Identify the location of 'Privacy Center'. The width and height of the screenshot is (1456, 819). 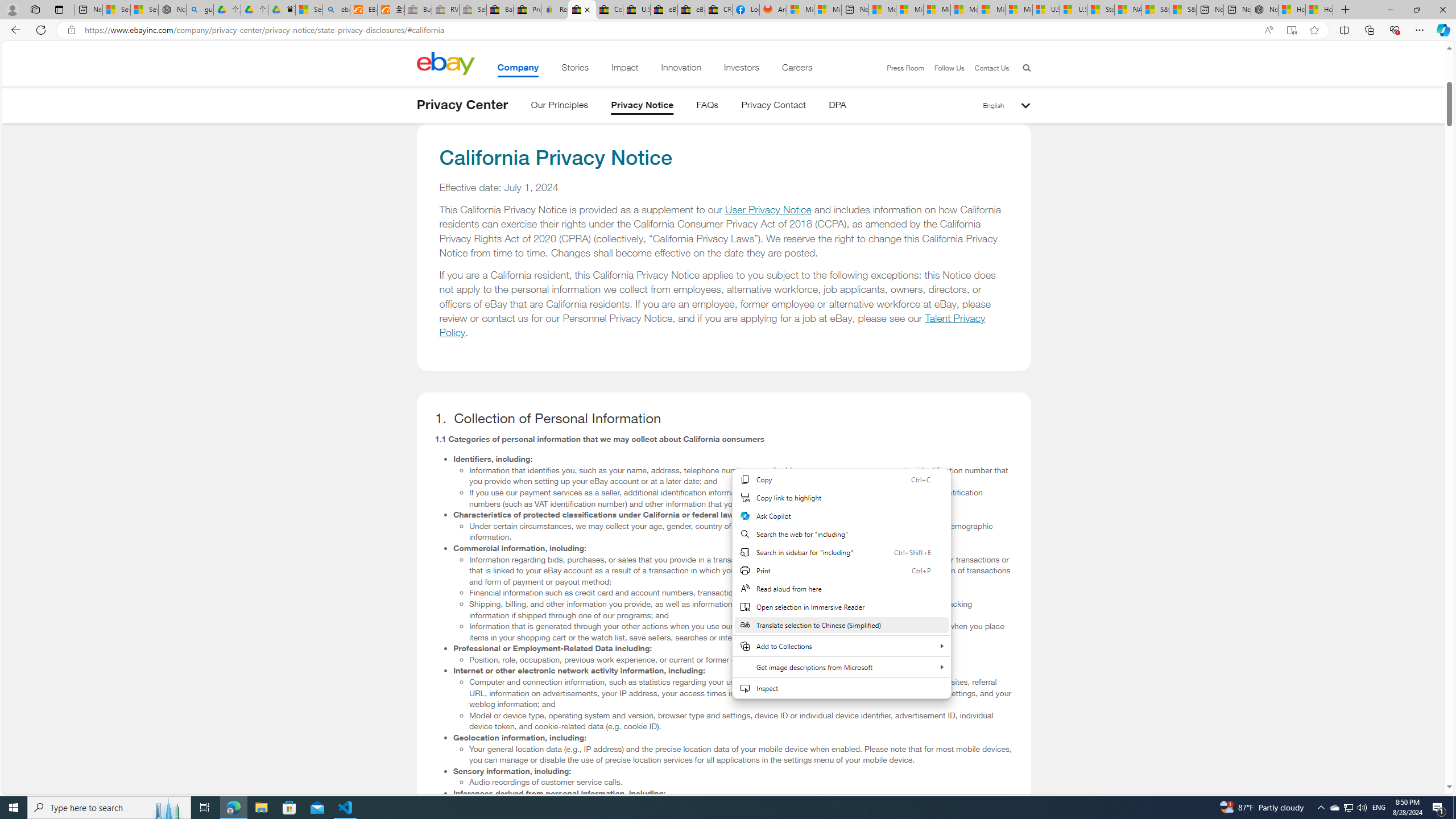
(461, 104).